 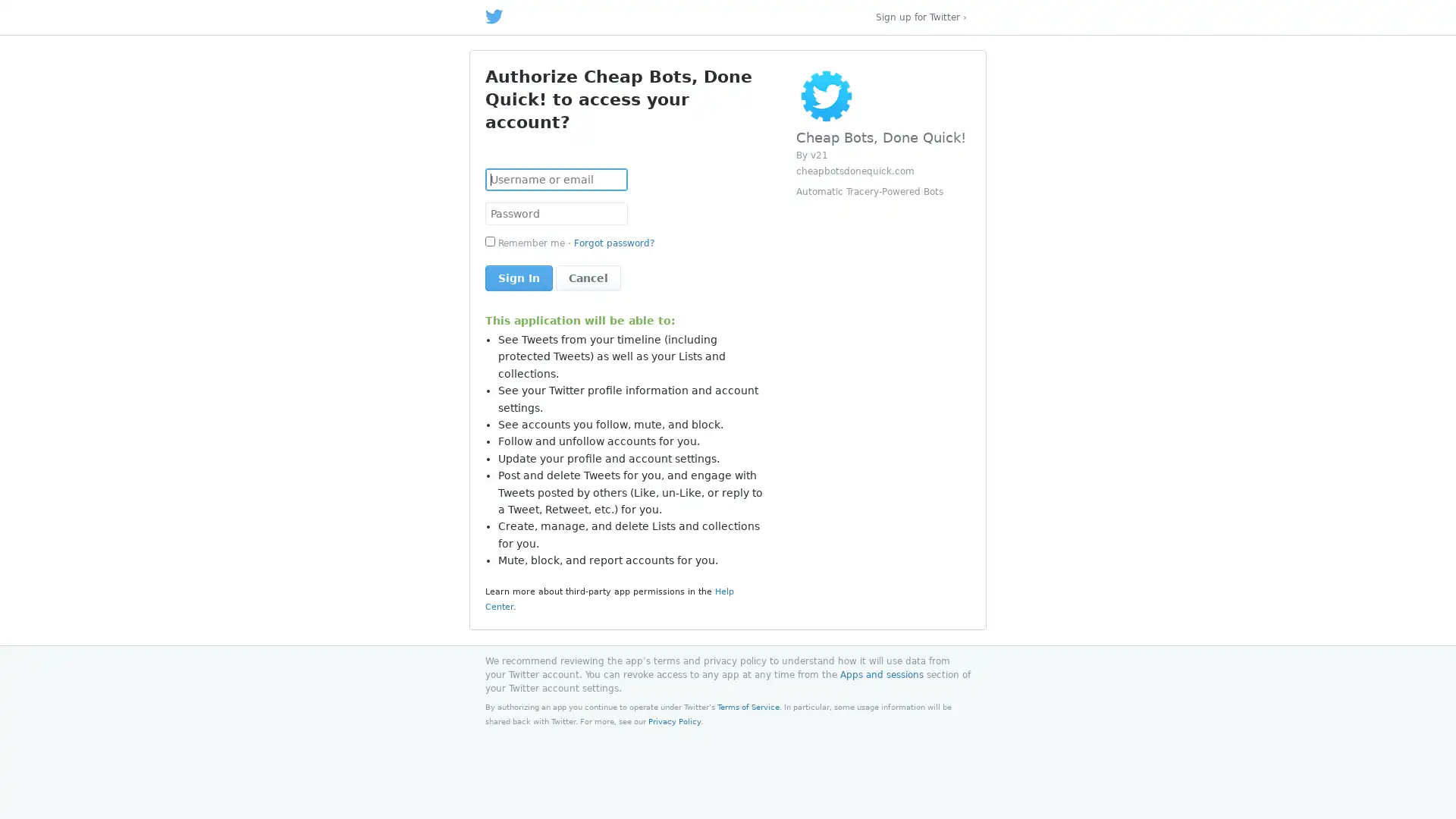 I want to click on Cancel, so click(x=588, y=278).